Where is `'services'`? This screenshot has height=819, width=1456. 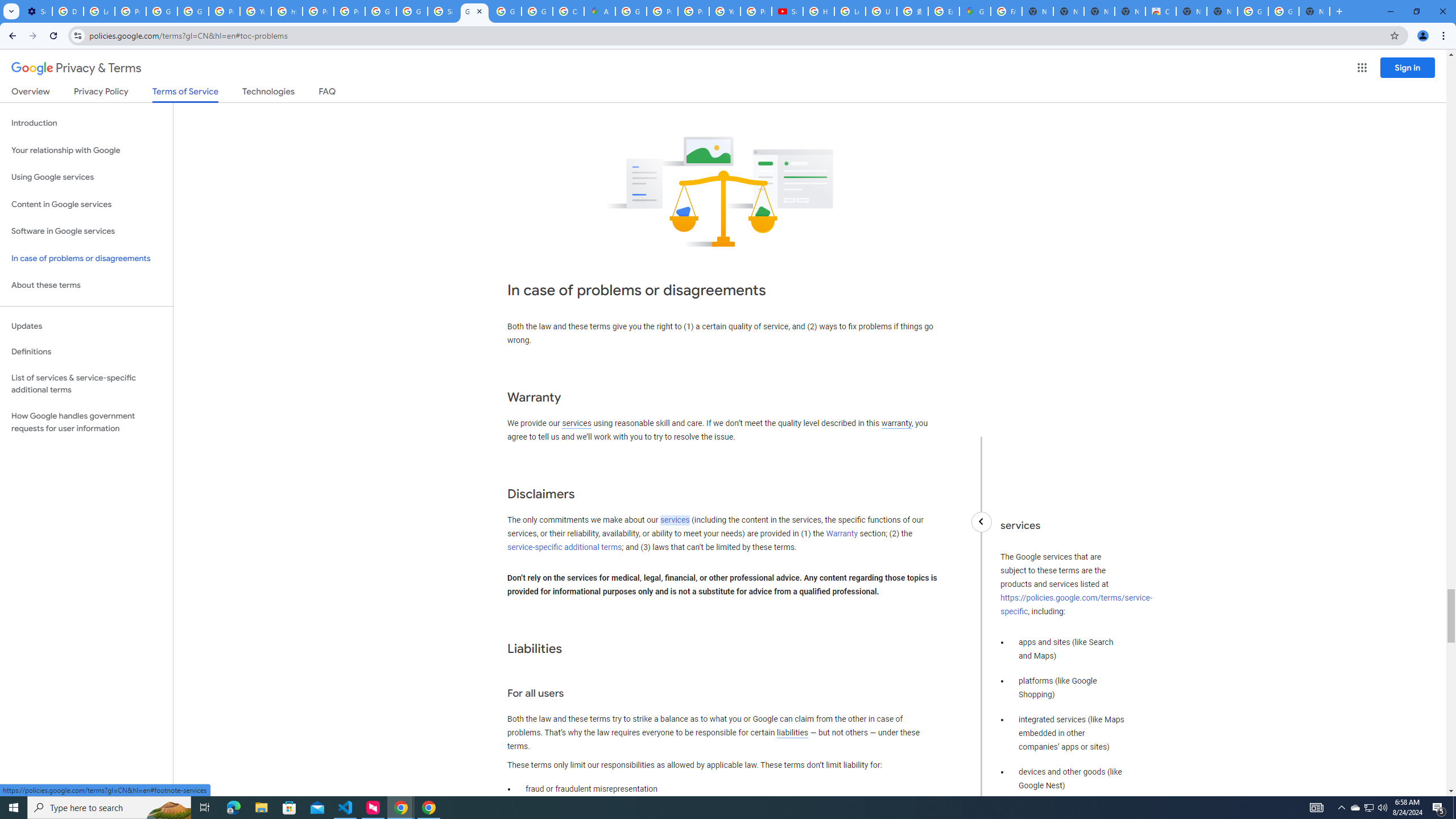 'services' is located at coordinates (675, 520).